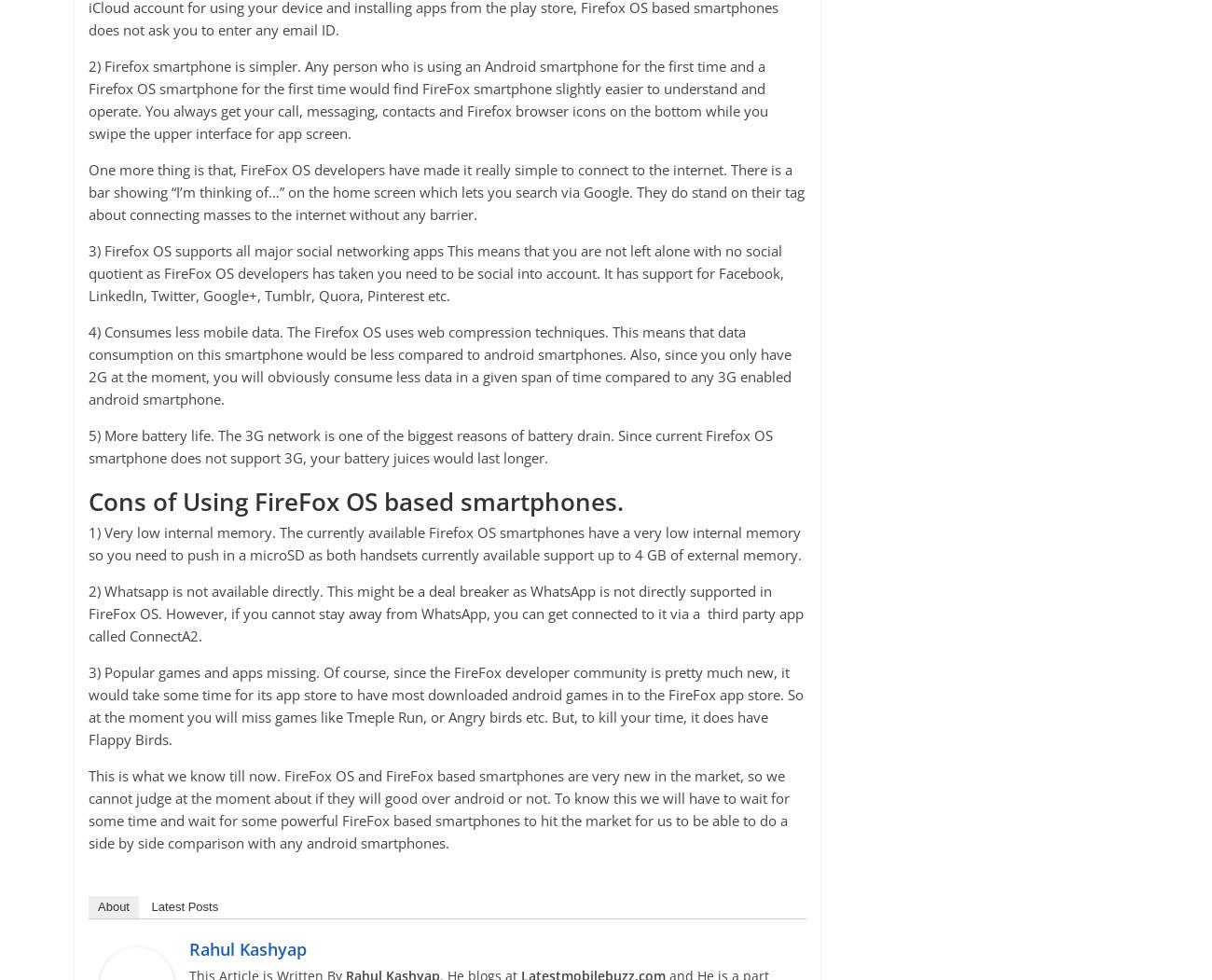 The width and height of the screenshot is (1212, 980). What do you see at coordinates (246, 946) in the screenshot?
I see `'Rahul Kashyap'` at bounding box center [246, 946].